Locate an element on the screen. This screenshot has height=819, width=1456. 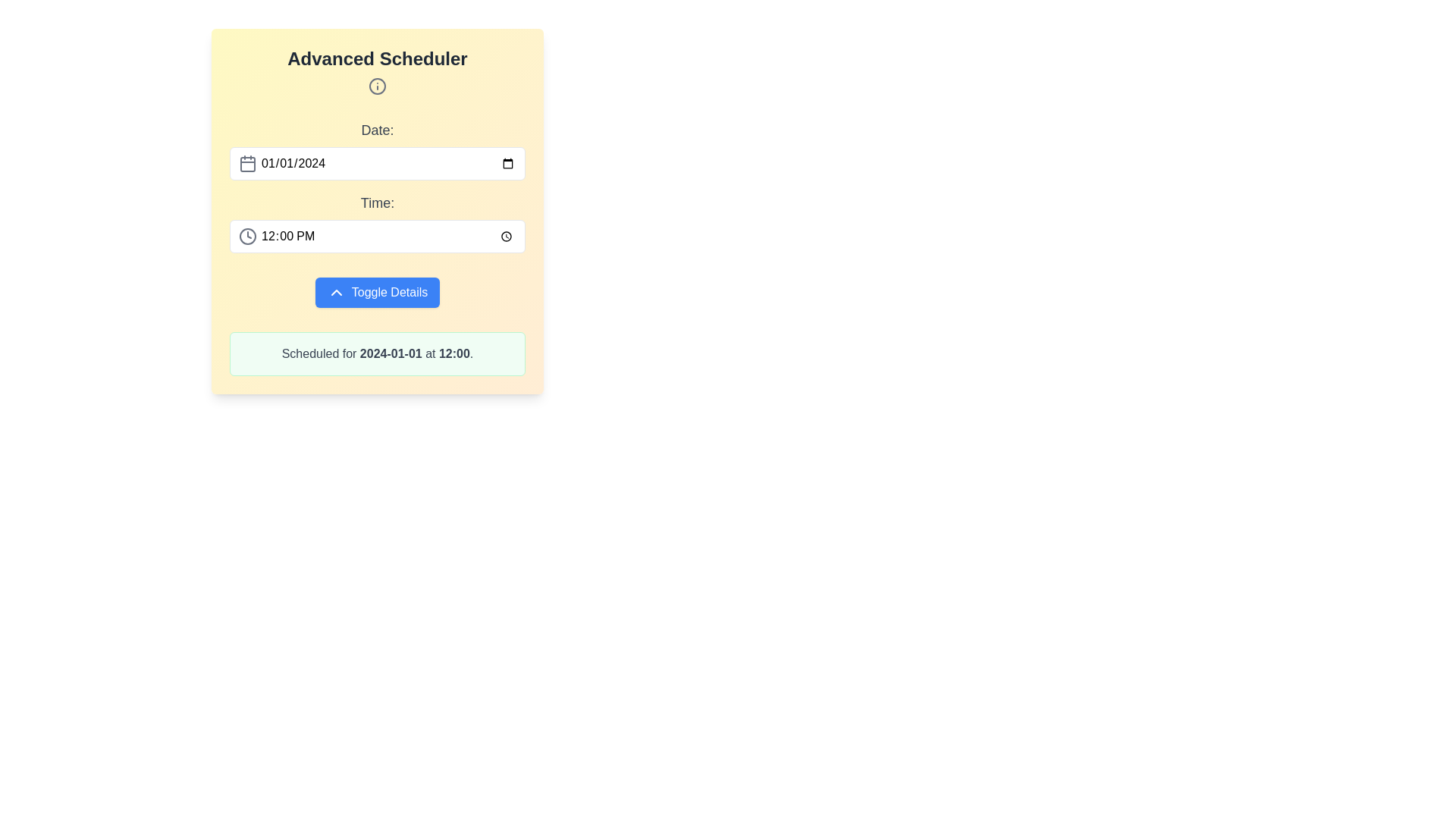
the static text label indicating the scheduled date and time for an event, located at the bottom of the green notification panel is located at coordinates (378, 353).